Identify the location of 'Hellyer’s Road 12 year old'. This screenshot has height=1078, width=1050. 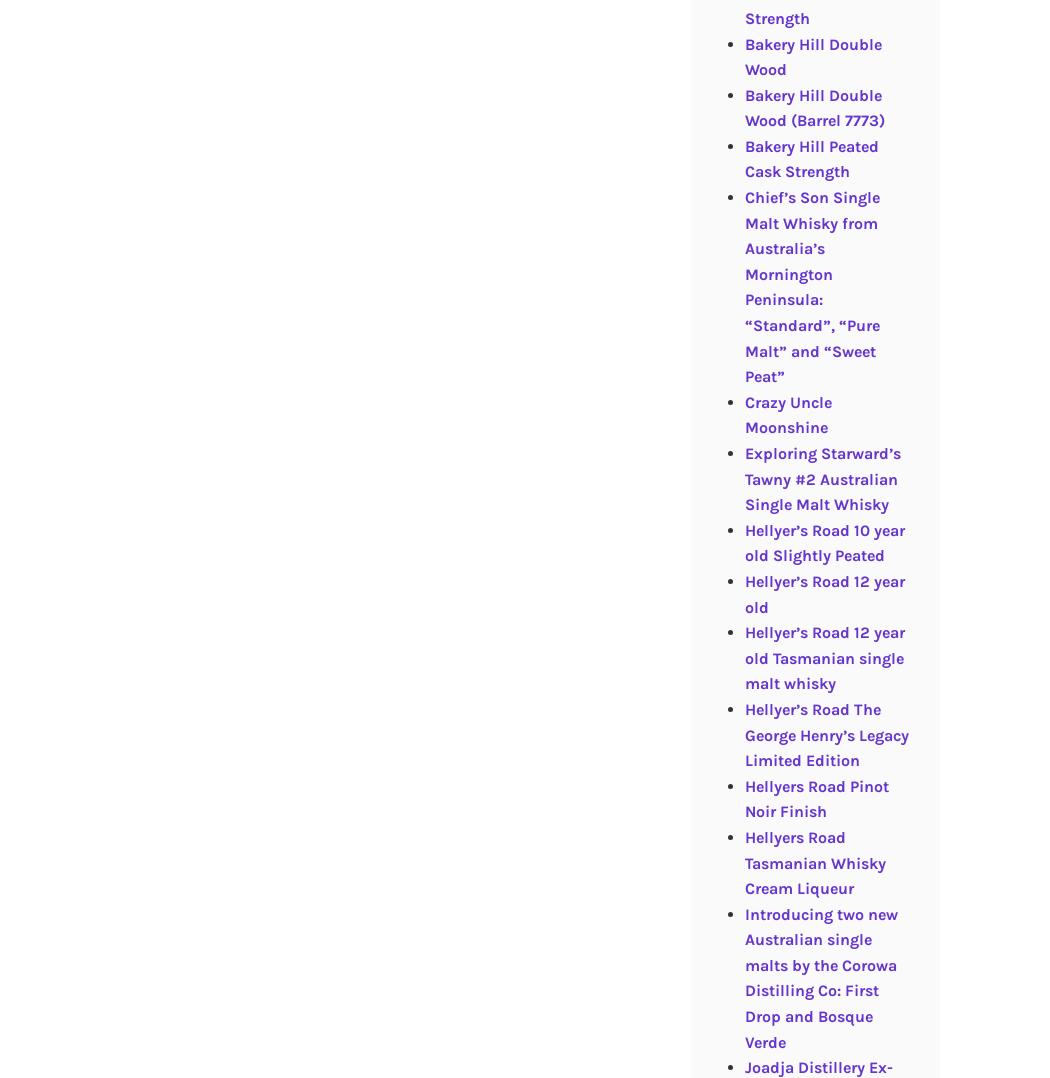
(743, 593).